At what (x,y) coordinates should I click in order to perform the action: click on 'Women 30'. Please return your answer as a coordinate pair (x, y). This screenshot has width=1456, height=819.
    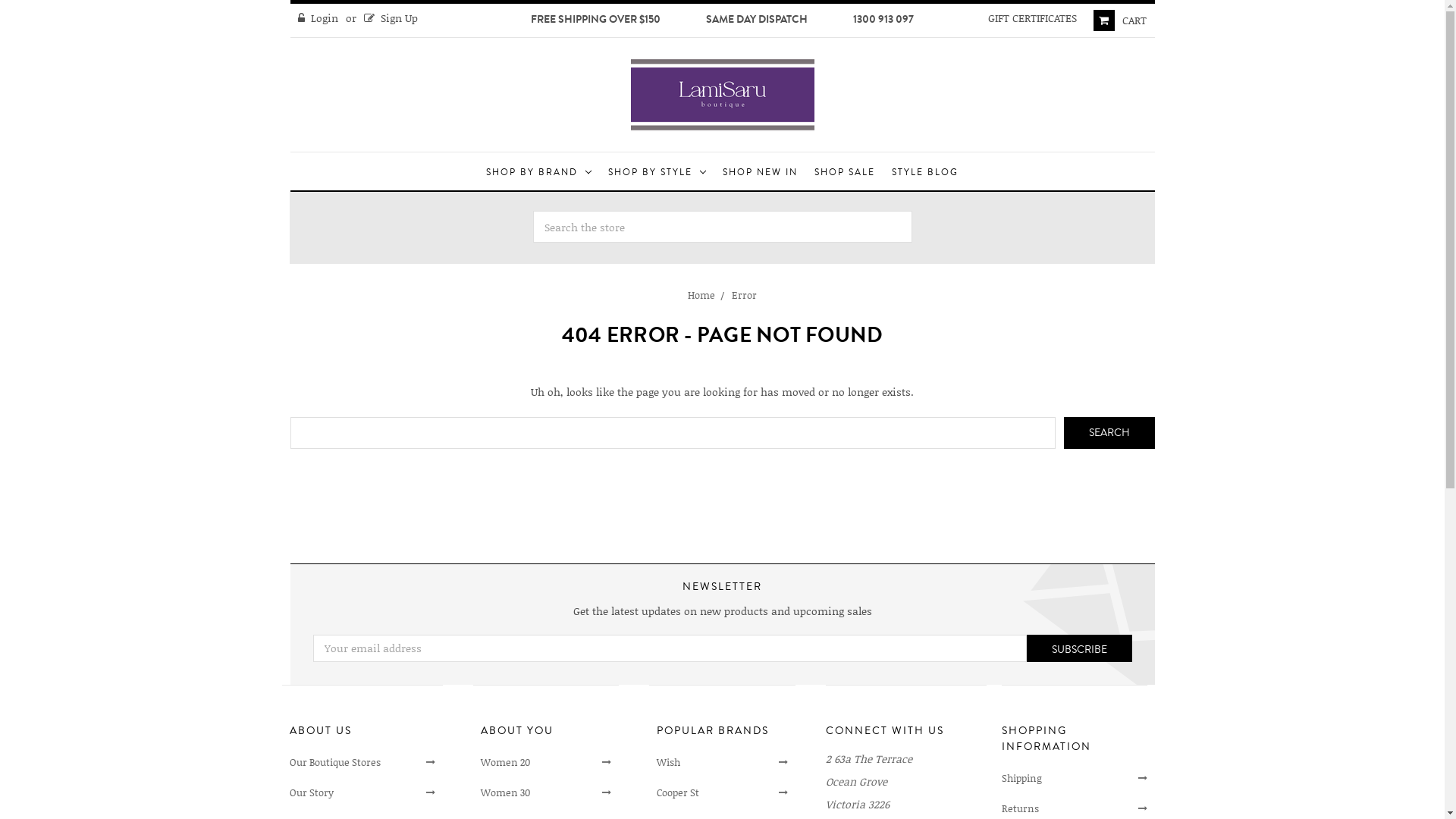
    Looking at the image, I should click on (479, 792).